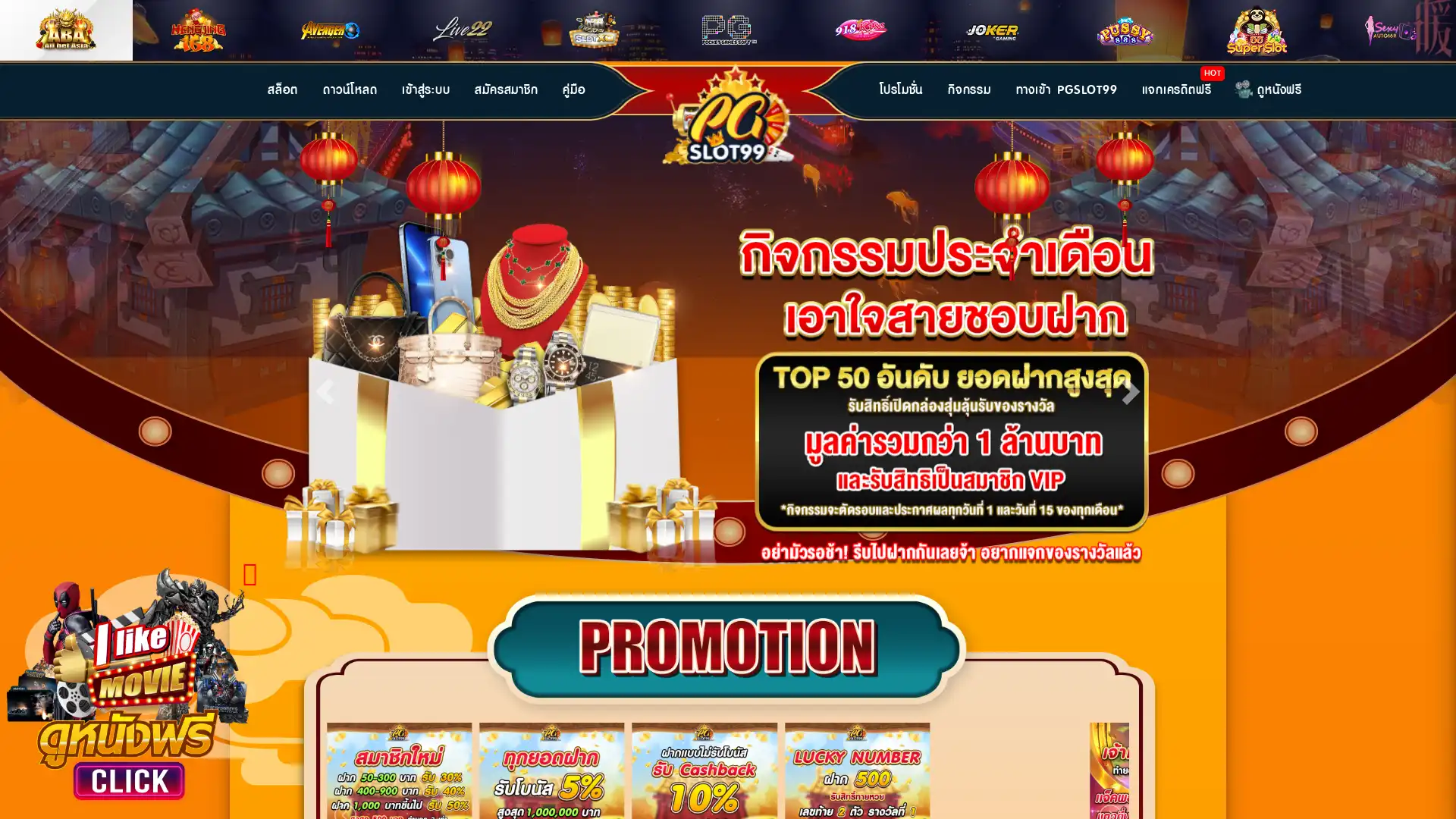 Image resolution: width=1456 pixels, height=819 pixels. I want to click on Next, so click(1131, 388).